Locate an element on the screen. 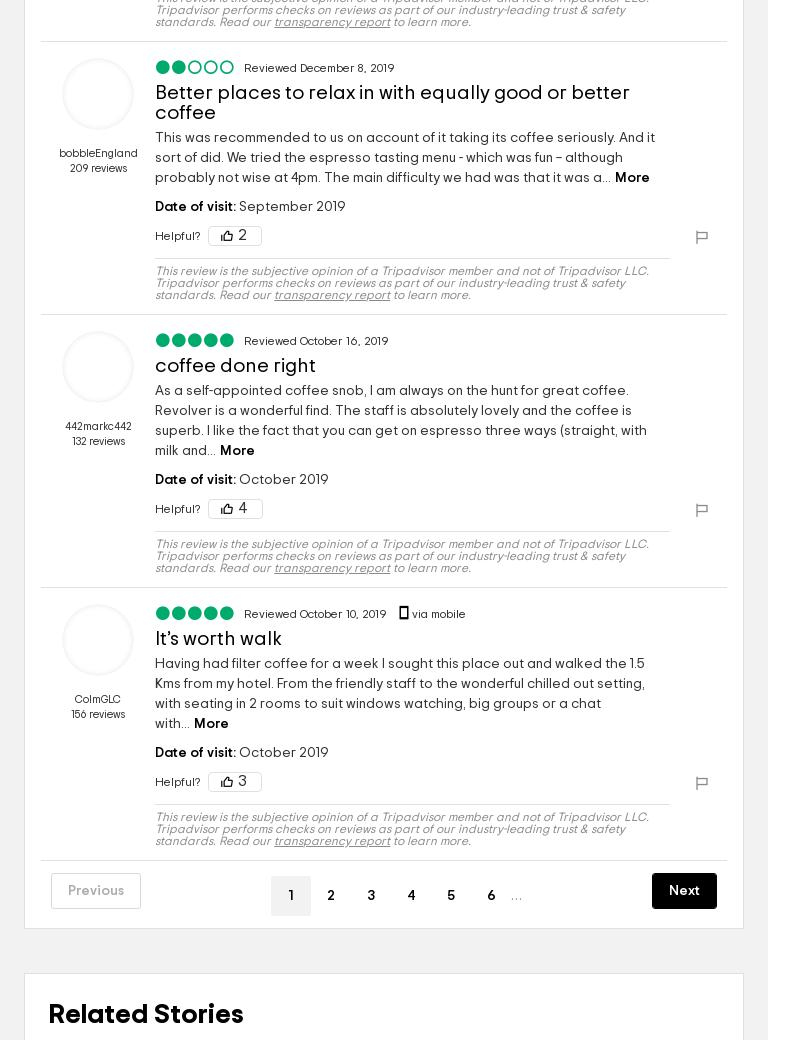 This screenshot has height=1040, width=805. 'Better places to relax in with equally good or better coffee' is located at coordinates (392, 101).